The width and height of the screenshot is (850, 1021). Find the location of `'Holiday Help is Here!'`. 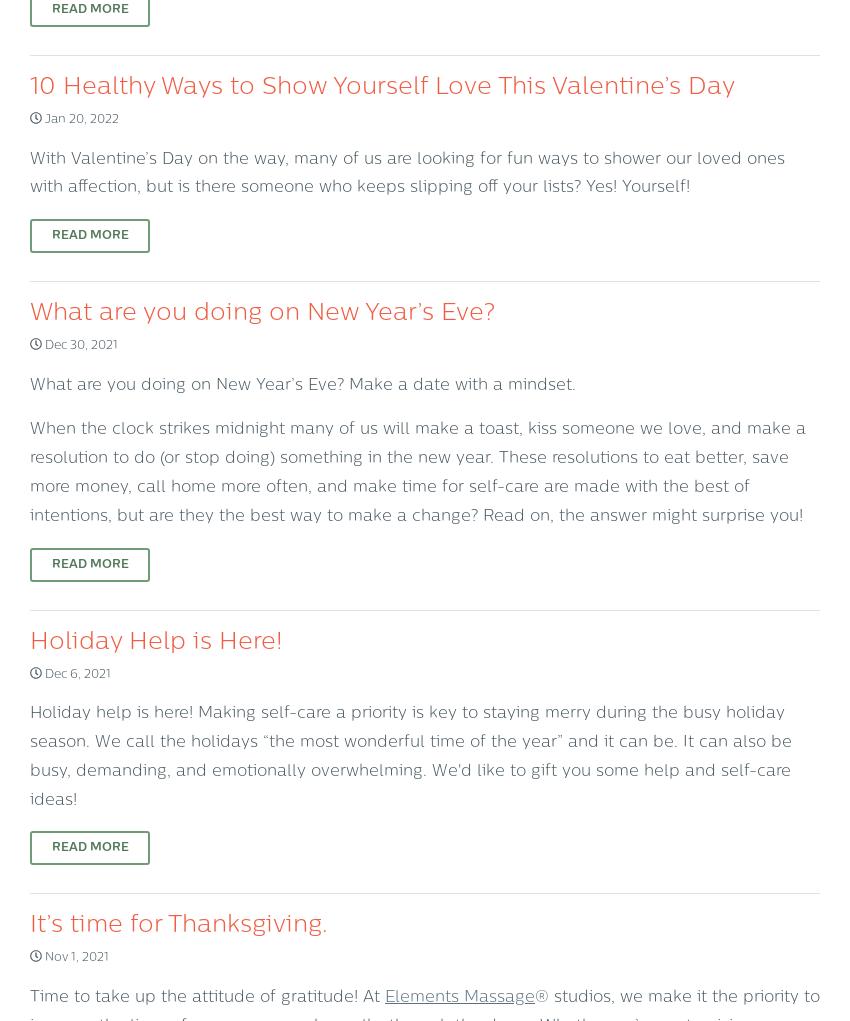

'Holiday Help is Here!' is located at coordinates (156, 641).